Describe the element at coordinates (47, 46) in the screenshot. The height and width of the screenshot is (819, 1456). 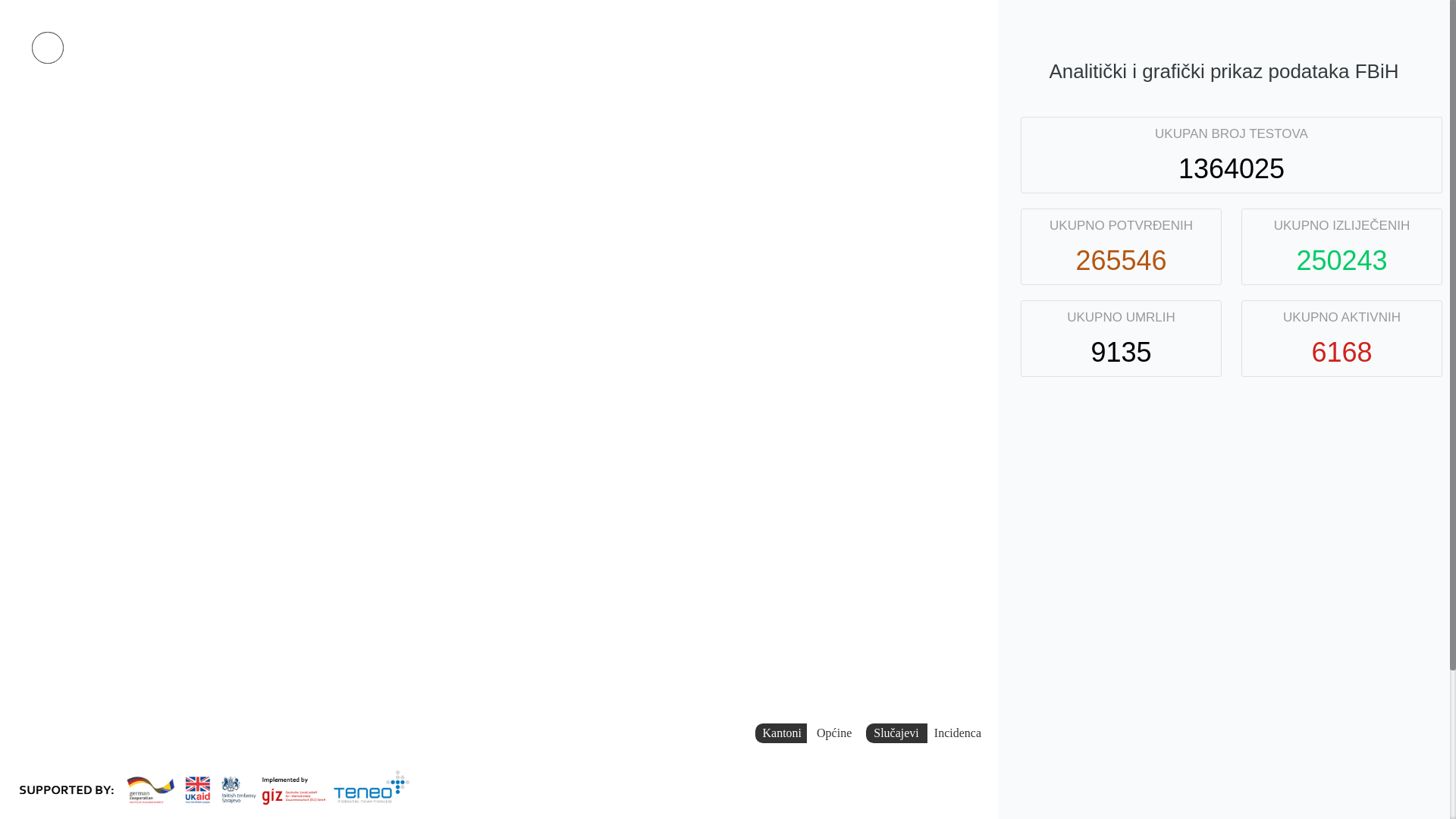
I see `'Facebook stranica'` at that location.